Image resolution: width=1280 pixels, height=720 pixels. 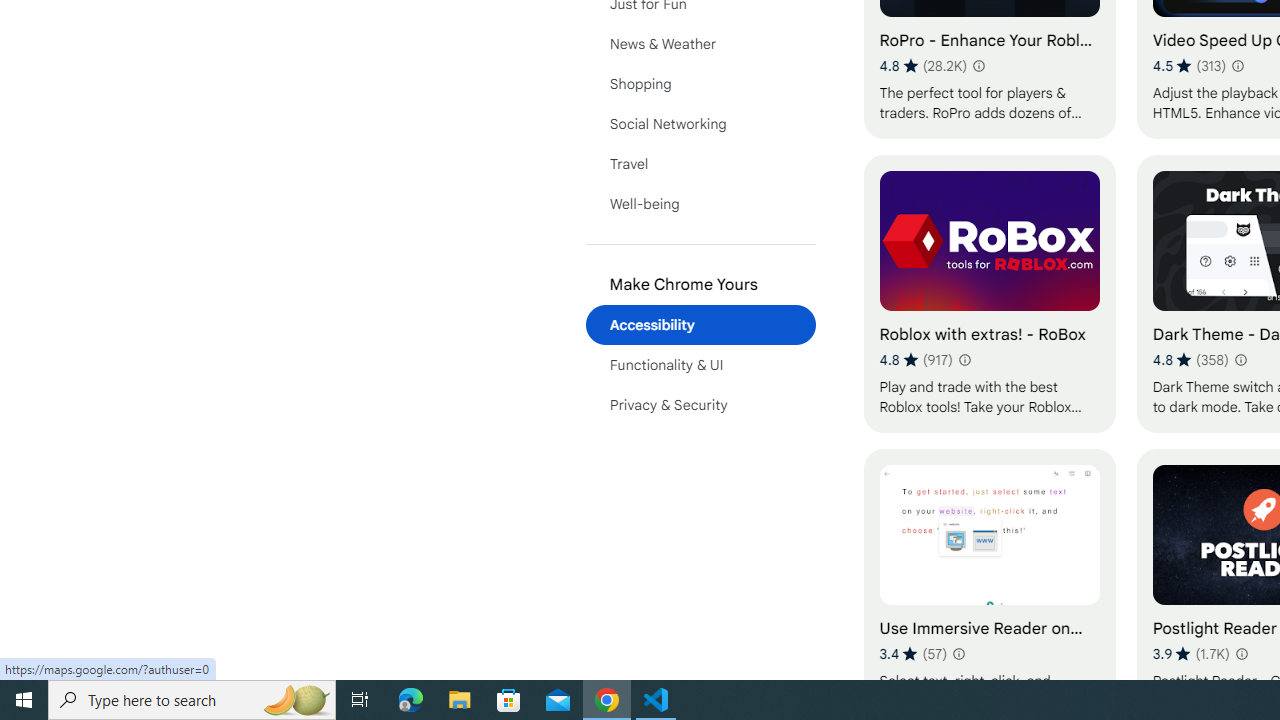 I want to click on 'Well-being', so click(x=700, y=204).